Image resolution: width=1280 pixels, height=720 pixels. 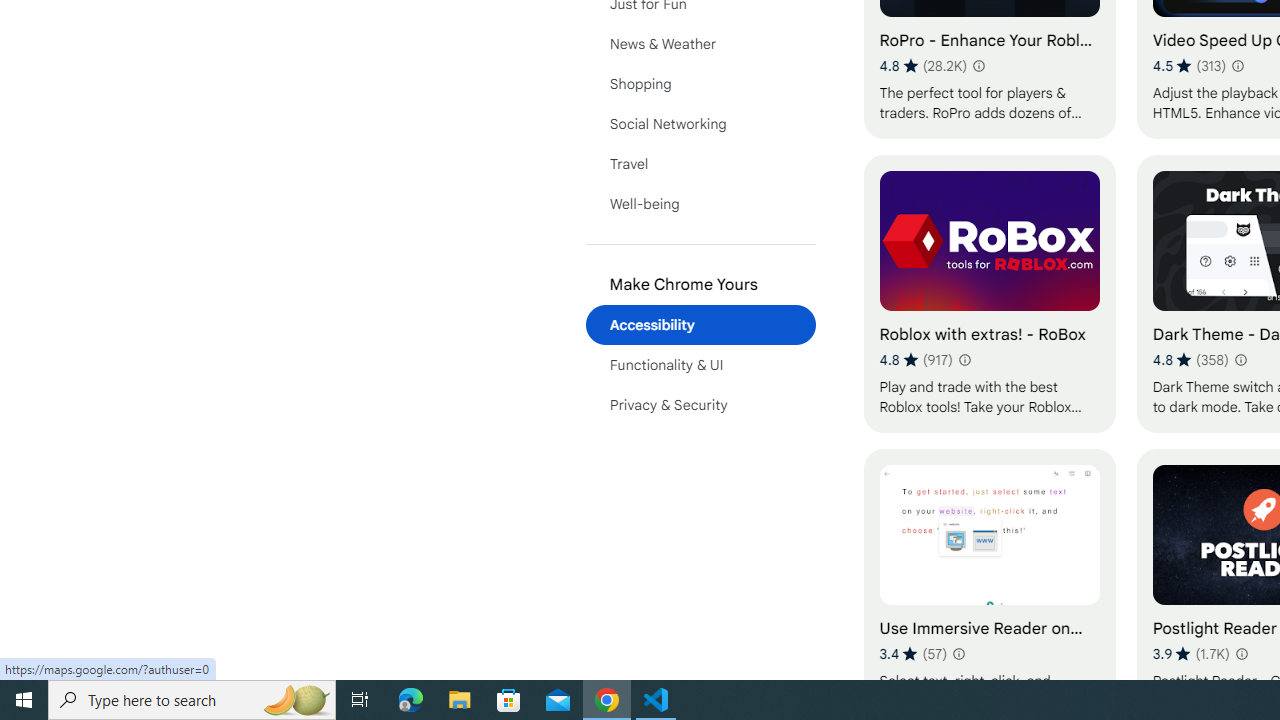 I want to click on 'Well-being', so click(x=700, y=204).